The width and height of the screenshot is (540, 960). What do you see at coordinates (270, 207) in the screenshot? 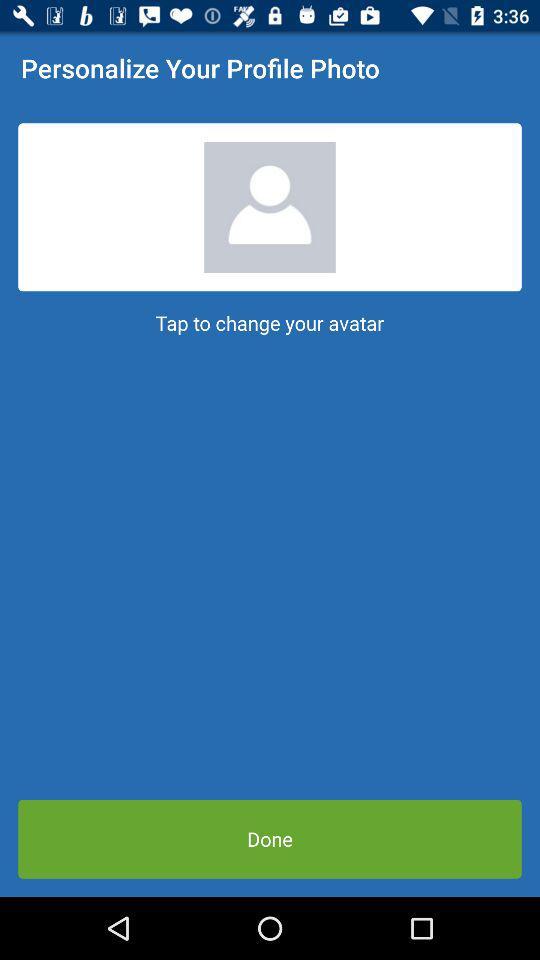
I see `a profile picture` at bounding box center [270, 207].